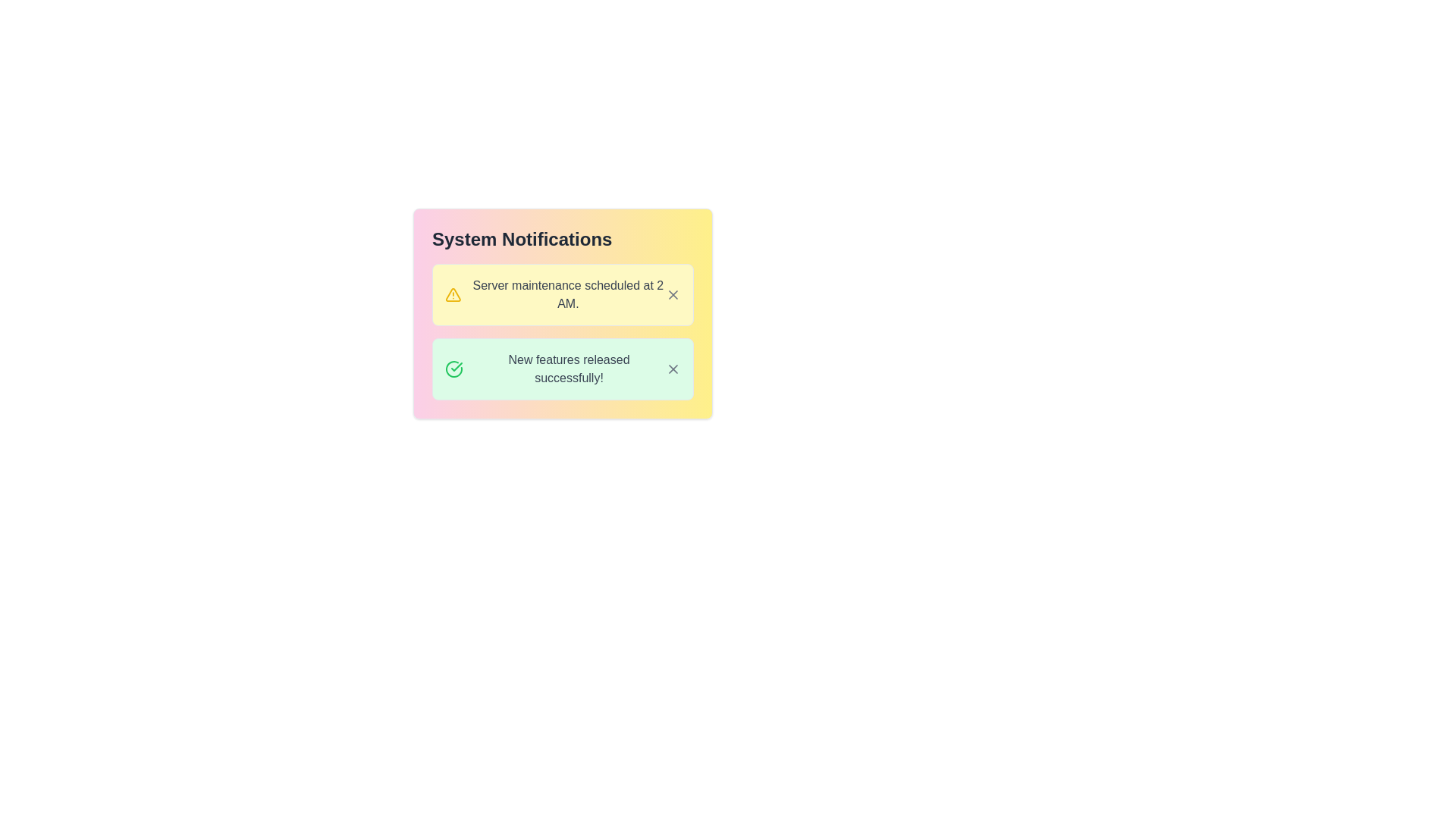  I want to click on the close button (cross icon) located at the top-right corner of the notification card labeled 'Server maintenance scheduled at 2 AM' for visual feedback, so click(673, 295).